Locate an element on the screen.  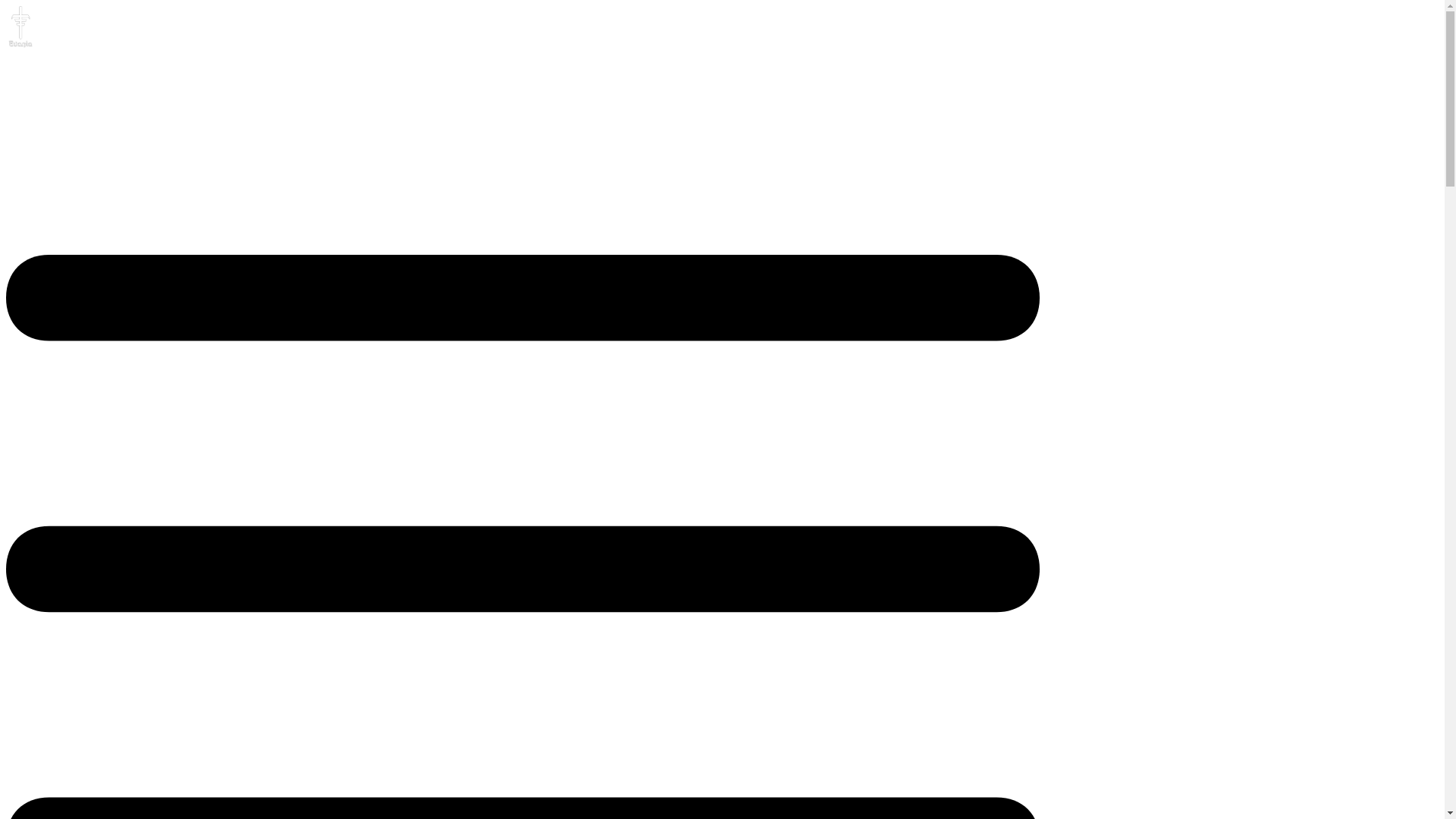
'evania-logo' is located at coordinates (19, 27).